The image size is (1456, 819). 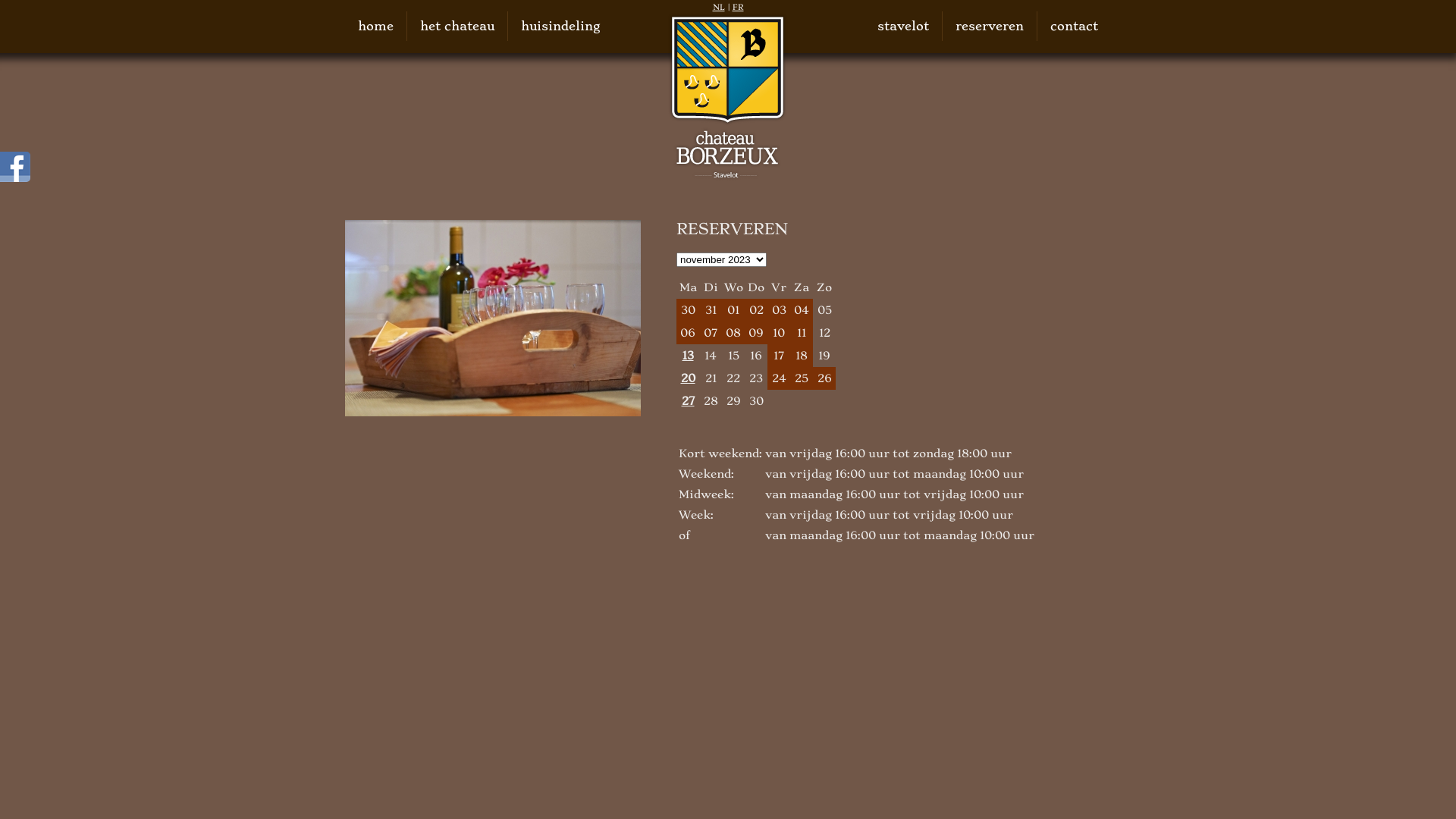 What do you see at coordinates (687, 400) in the screenshot?
I see `'27'` at bounding box center [687, 400].